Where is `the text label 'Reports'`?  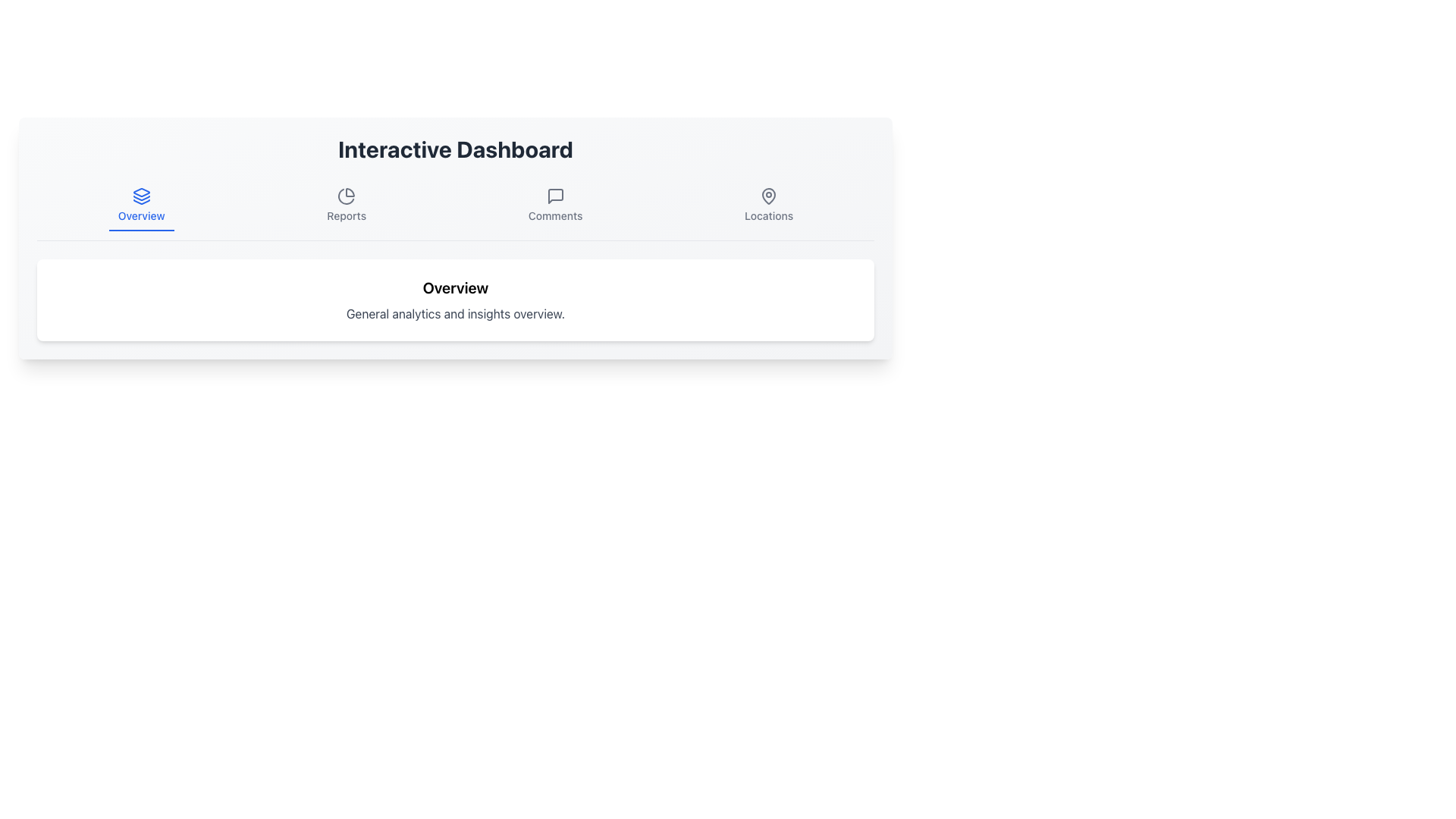 the text label 'Reports' is located at coordinates (346, 216).